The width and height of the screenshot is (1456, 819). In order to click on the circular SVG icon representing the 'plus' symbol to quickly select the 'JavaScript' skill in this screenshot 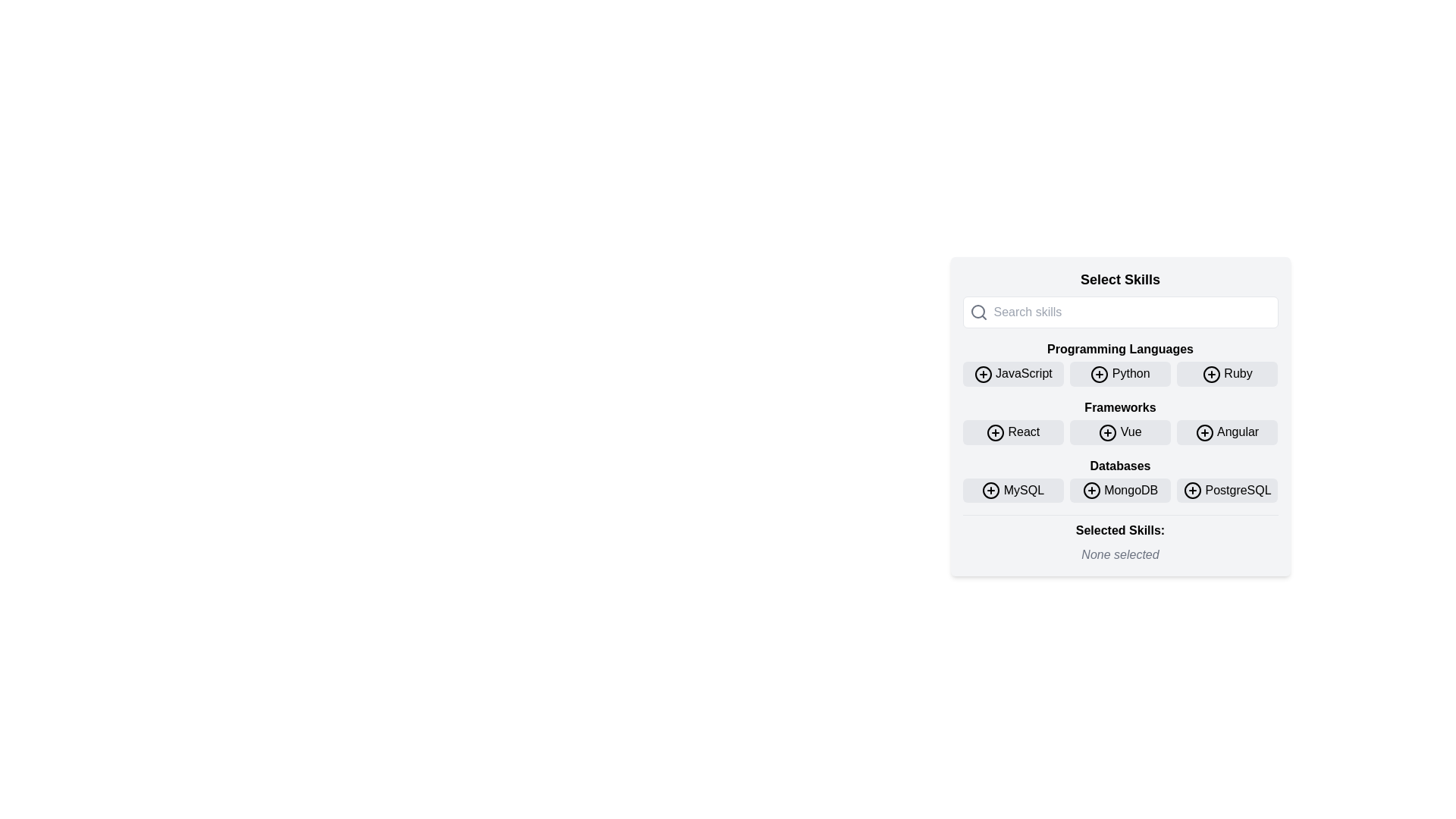, I will do `click(983, 374)`.